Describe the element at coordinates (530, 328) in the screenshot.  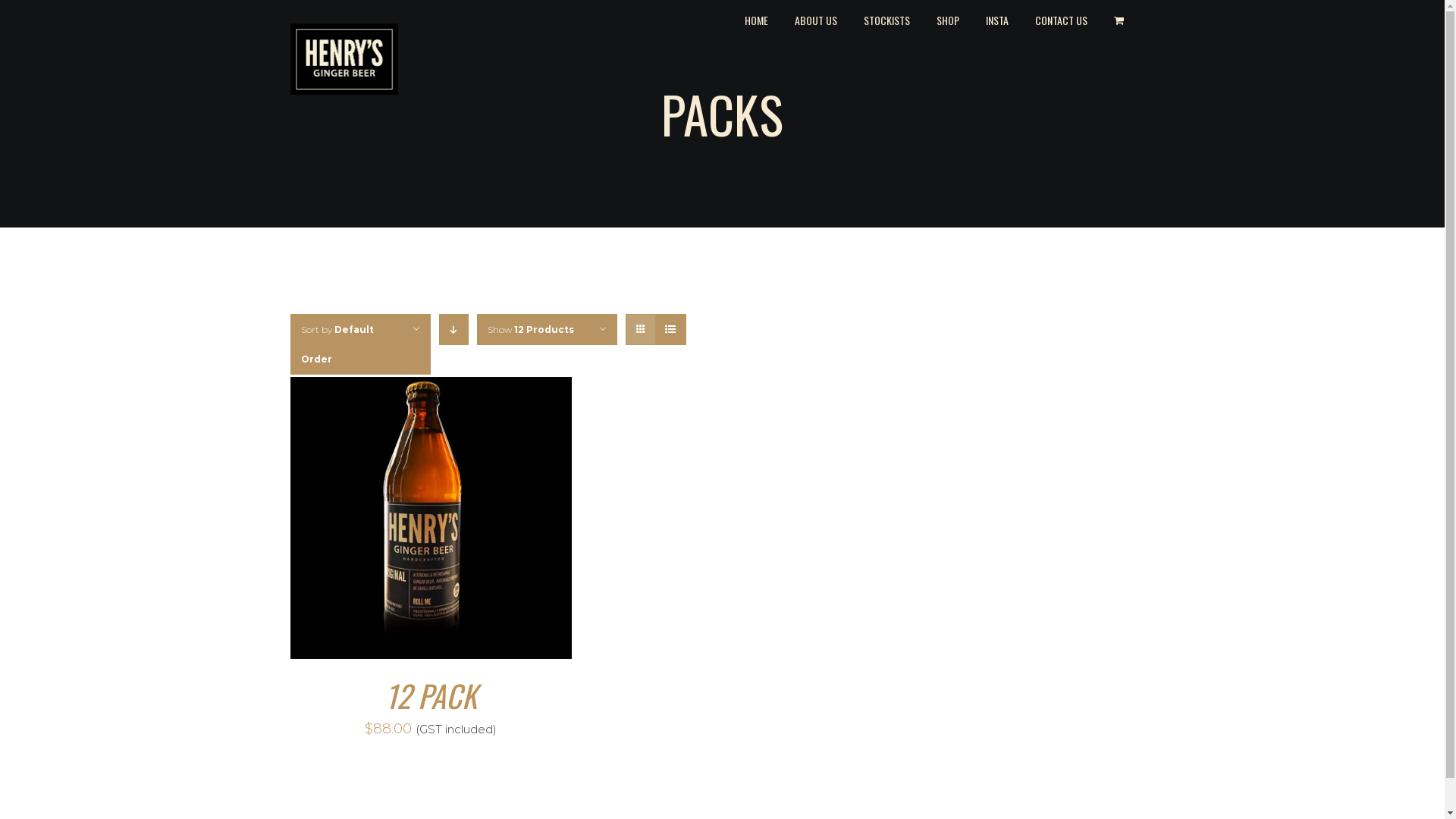
I see `'Show 12 Products'` at that location.